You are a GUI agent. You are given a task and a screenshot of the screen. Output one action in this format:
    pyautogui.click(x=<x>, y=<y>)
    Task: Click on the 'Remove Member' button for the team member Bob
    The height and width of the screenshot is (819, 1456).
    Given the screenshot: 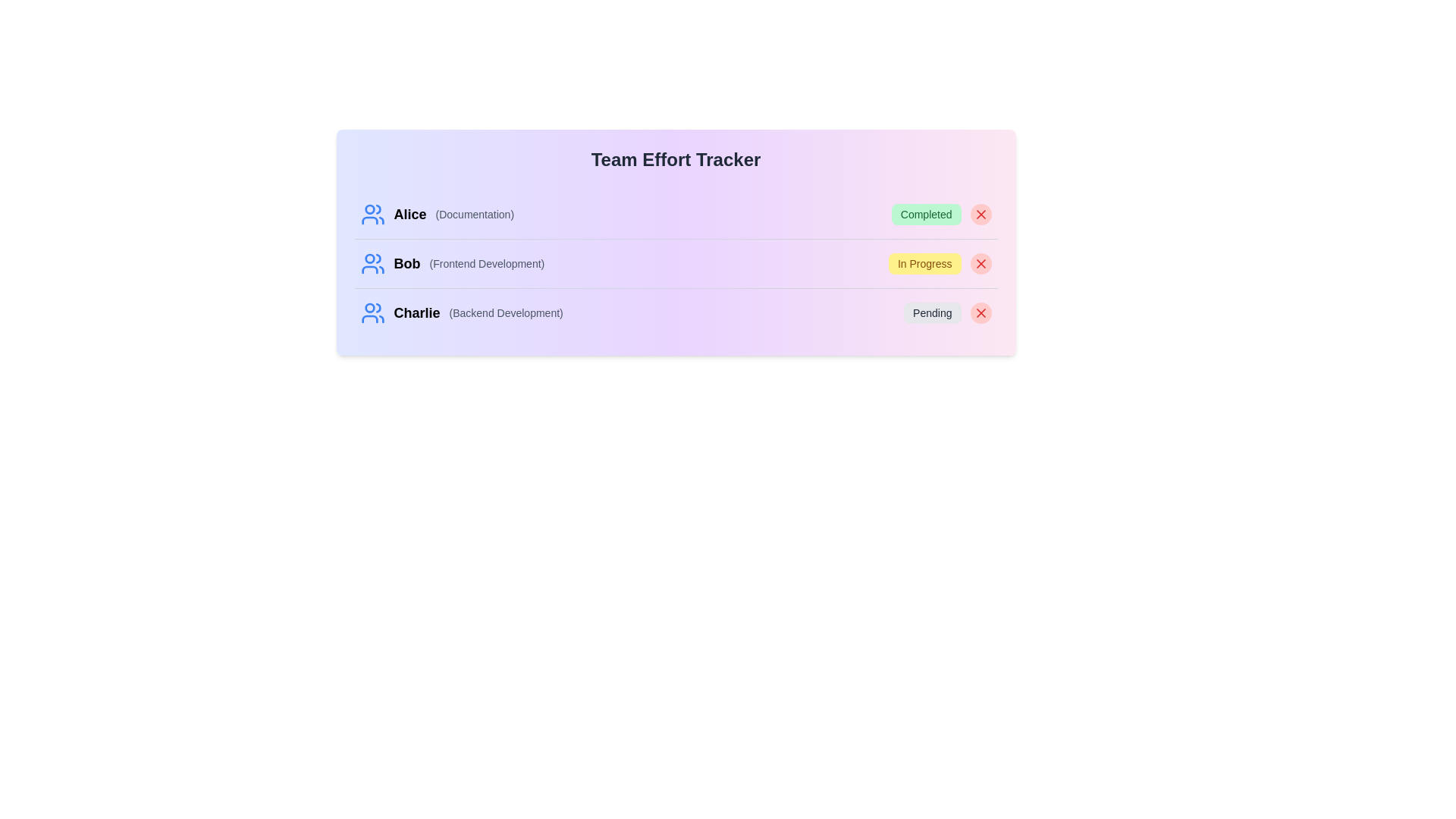 What is the action you would take?
    pyautogui.click(x=981, y=262)
    